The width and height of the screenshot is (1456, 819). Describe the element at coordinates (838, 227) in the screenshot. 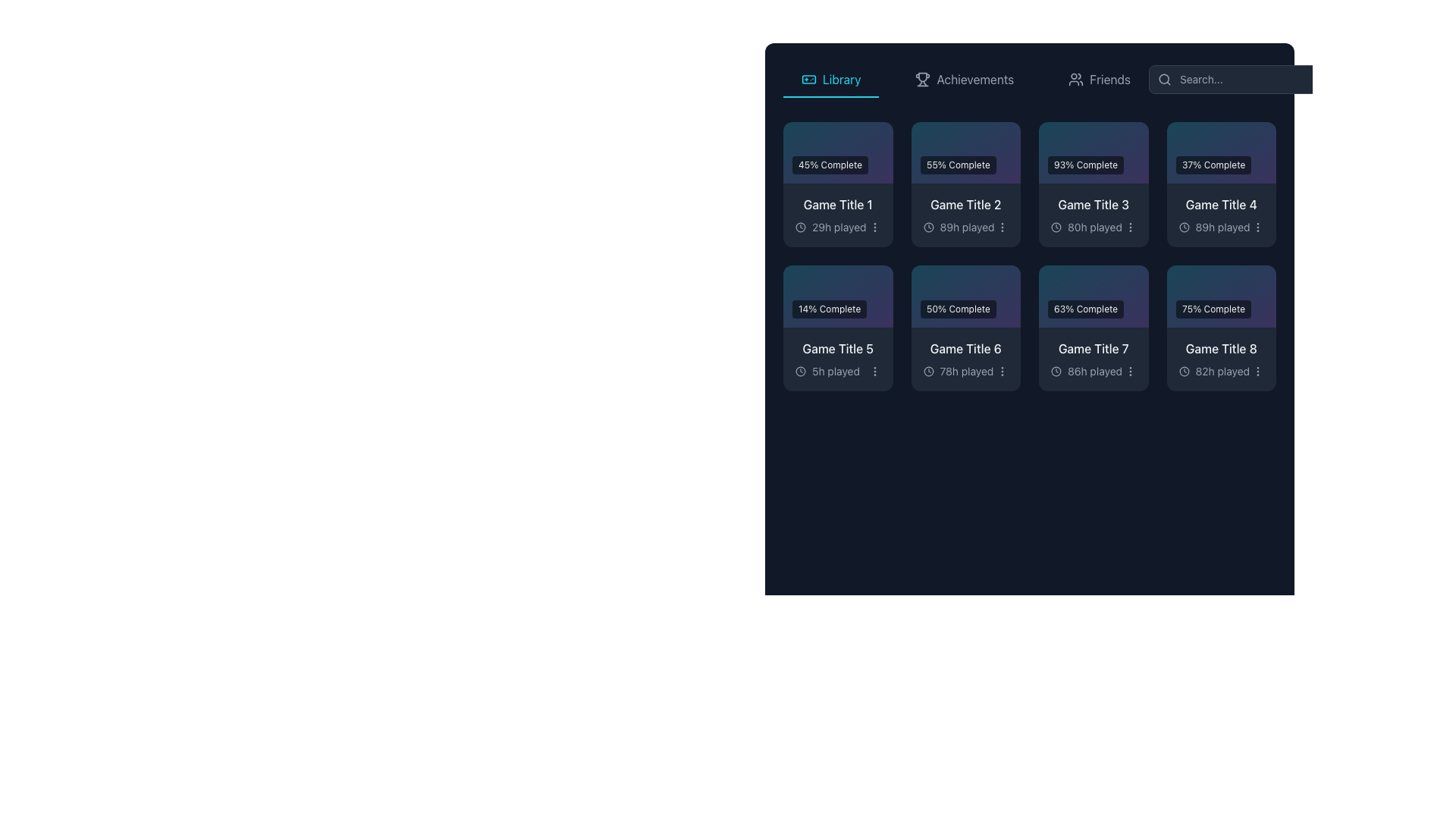

I see `the text label displaying the amount of time spent playing the associated game, located at the bottom-left part of the first game card in the grid layout` at that location.